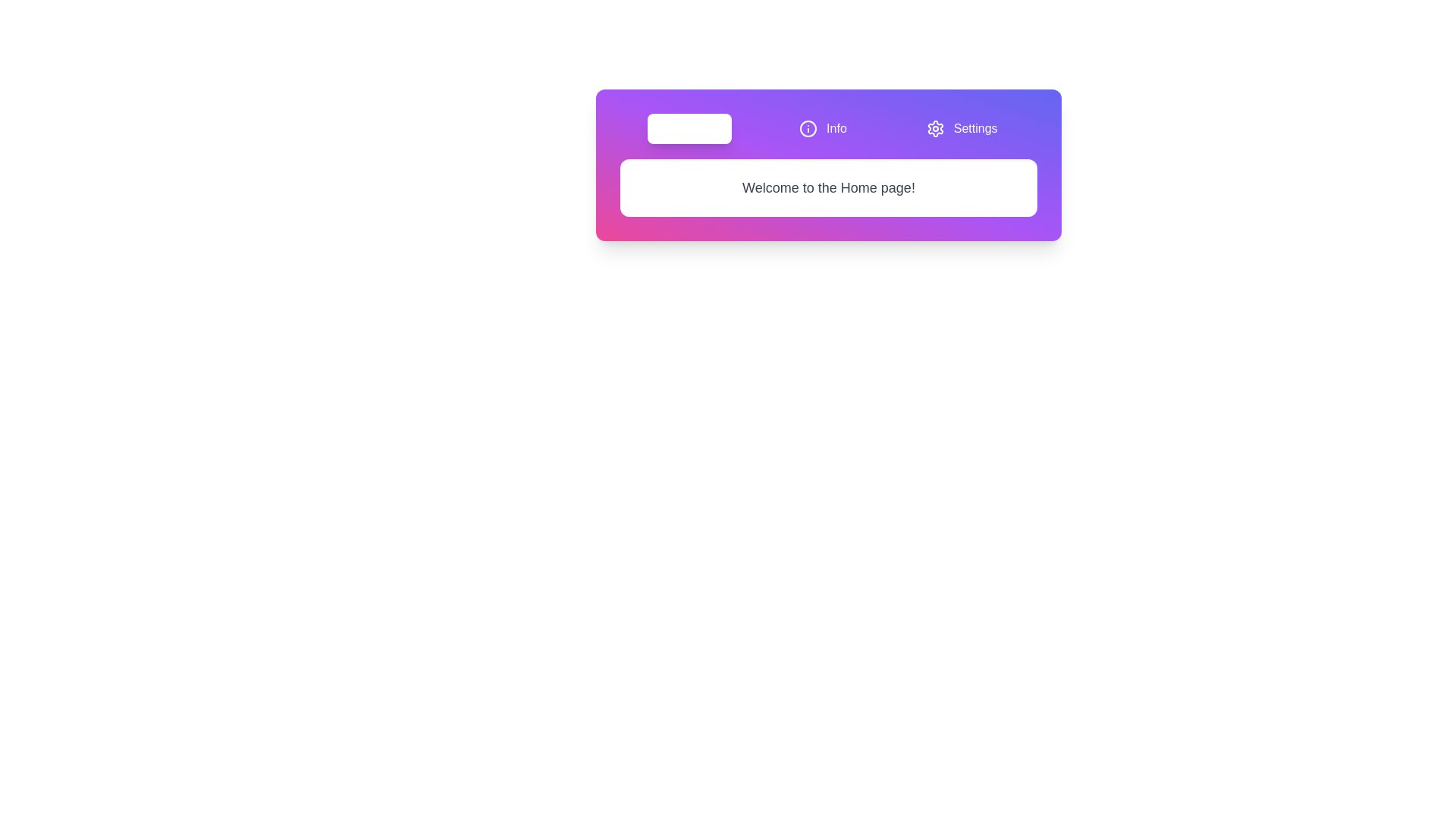 The width and height of the screenshot is (1456, 819). Describe the element at coordinates (822, 127) in the screenshot. I see `the tab labeled Info` at that location.